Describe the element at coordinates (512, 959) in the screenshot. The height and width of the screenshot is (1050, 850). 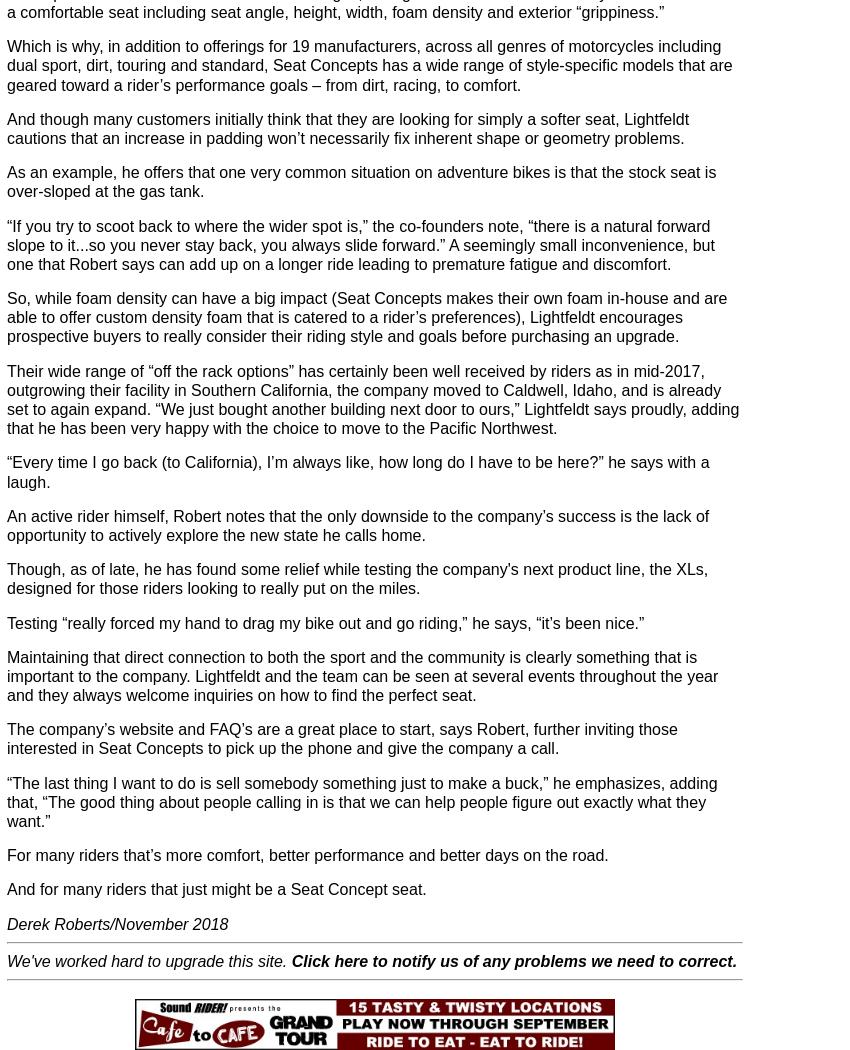
I see `'Click here to notify us of any problems we need to correct.'` at that location.